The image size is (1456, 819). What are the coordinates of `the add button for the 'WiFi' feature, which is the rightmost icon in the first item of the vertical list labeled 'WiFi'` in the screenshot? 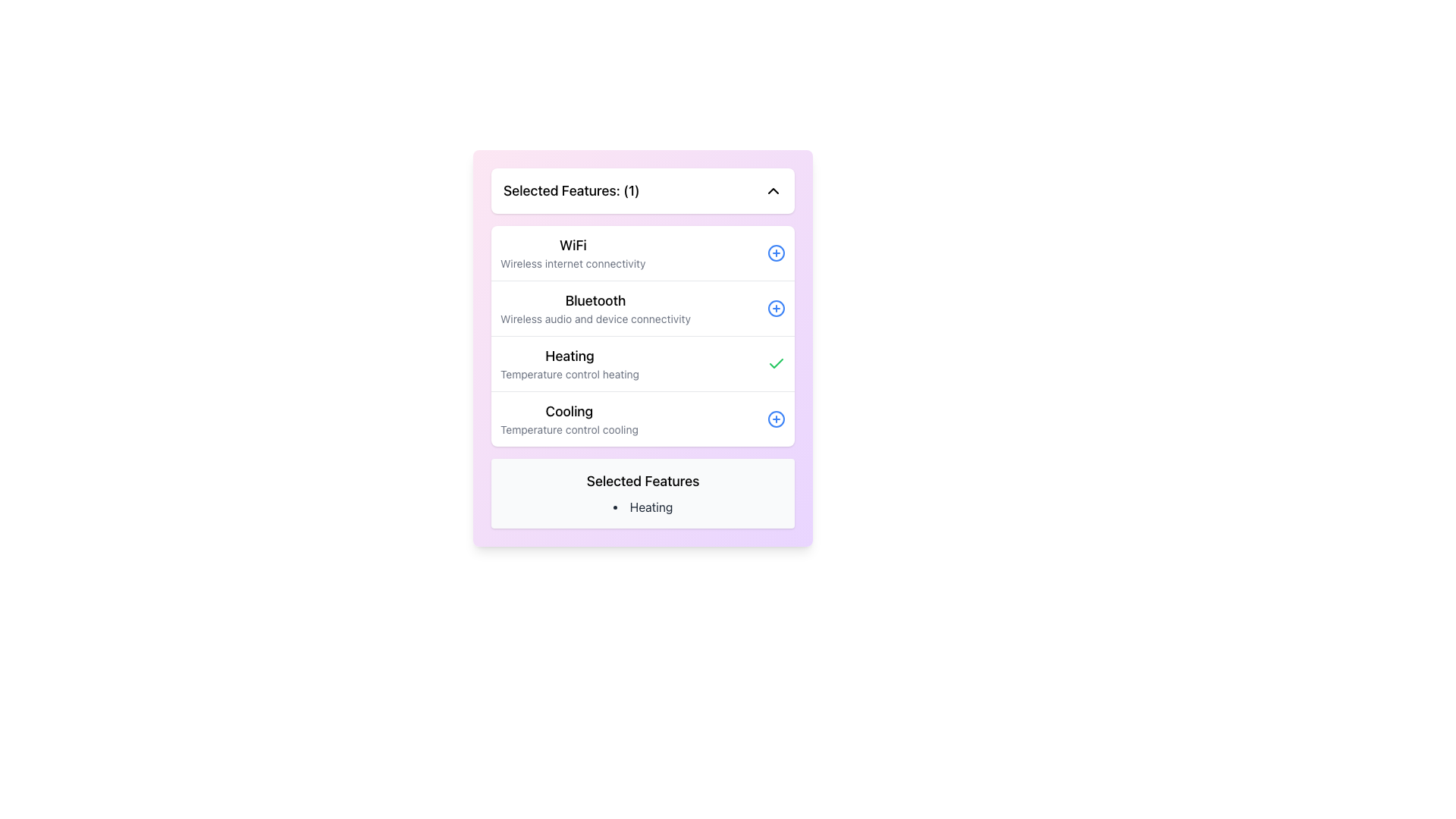 It's located at (776, 253).